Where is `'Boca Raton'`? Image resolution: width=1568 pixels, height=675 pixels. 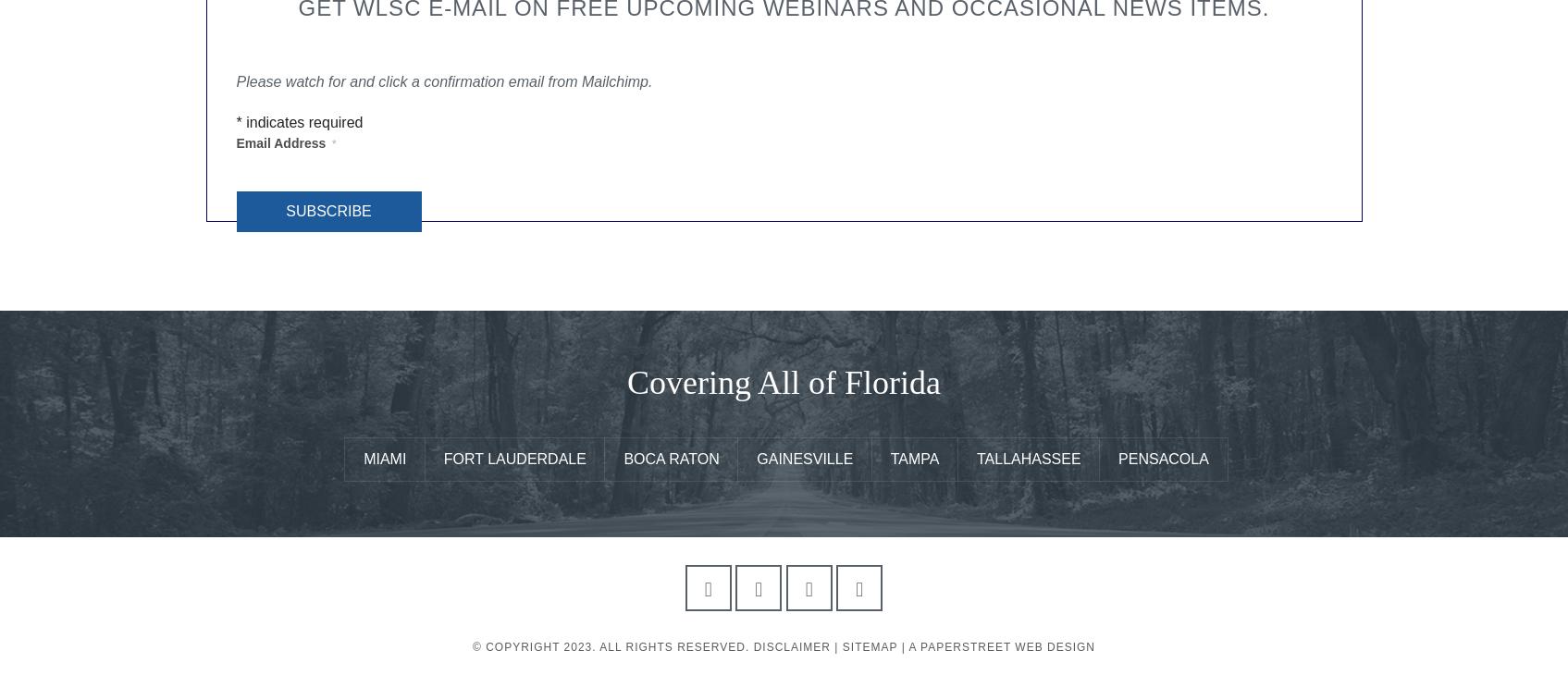 'Boca Raton' is located at coordinates (670, 458).